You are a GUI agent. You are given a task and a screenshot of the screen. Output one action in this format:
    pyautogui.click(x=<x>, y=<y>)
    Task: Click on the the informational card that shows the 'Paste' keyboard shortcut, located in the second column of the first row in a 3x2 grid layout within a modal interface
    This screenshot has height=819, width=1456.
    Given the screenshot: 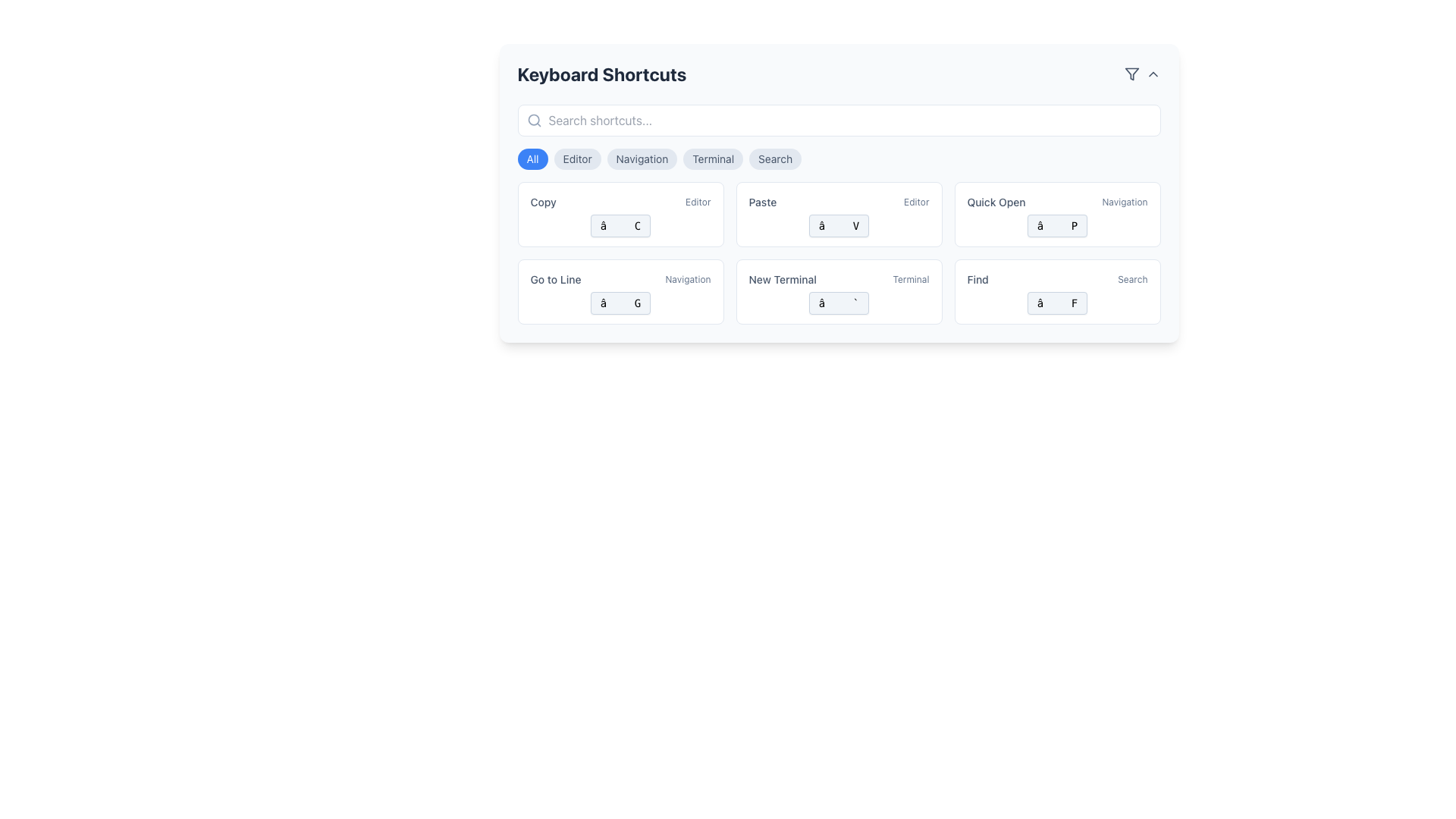 What is the action you would take?
    pyautogui.click(x=838, y=192)
    